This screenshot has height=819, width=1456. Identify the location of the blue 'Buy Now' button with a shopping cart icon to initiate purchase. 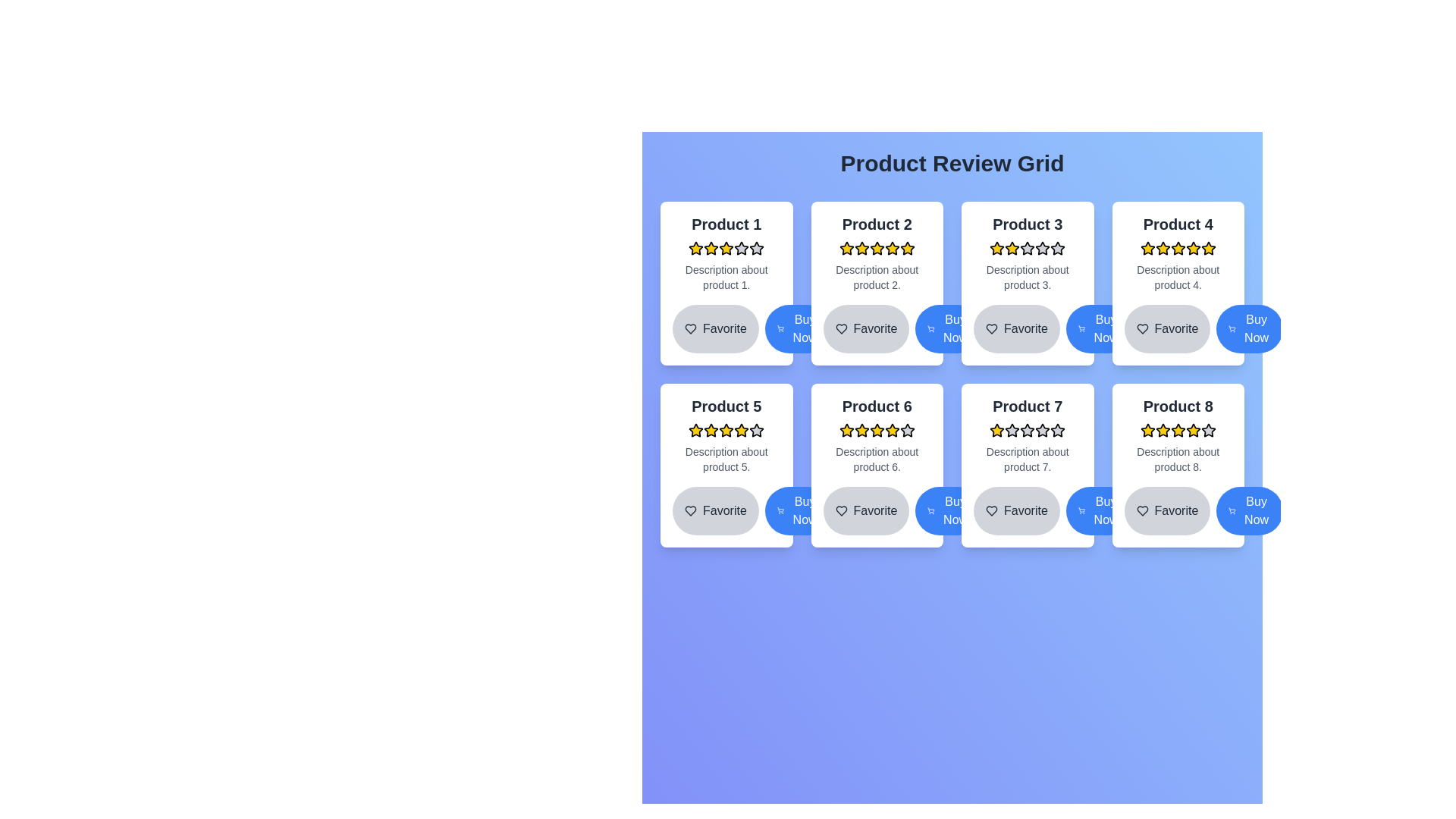
(948, 328).